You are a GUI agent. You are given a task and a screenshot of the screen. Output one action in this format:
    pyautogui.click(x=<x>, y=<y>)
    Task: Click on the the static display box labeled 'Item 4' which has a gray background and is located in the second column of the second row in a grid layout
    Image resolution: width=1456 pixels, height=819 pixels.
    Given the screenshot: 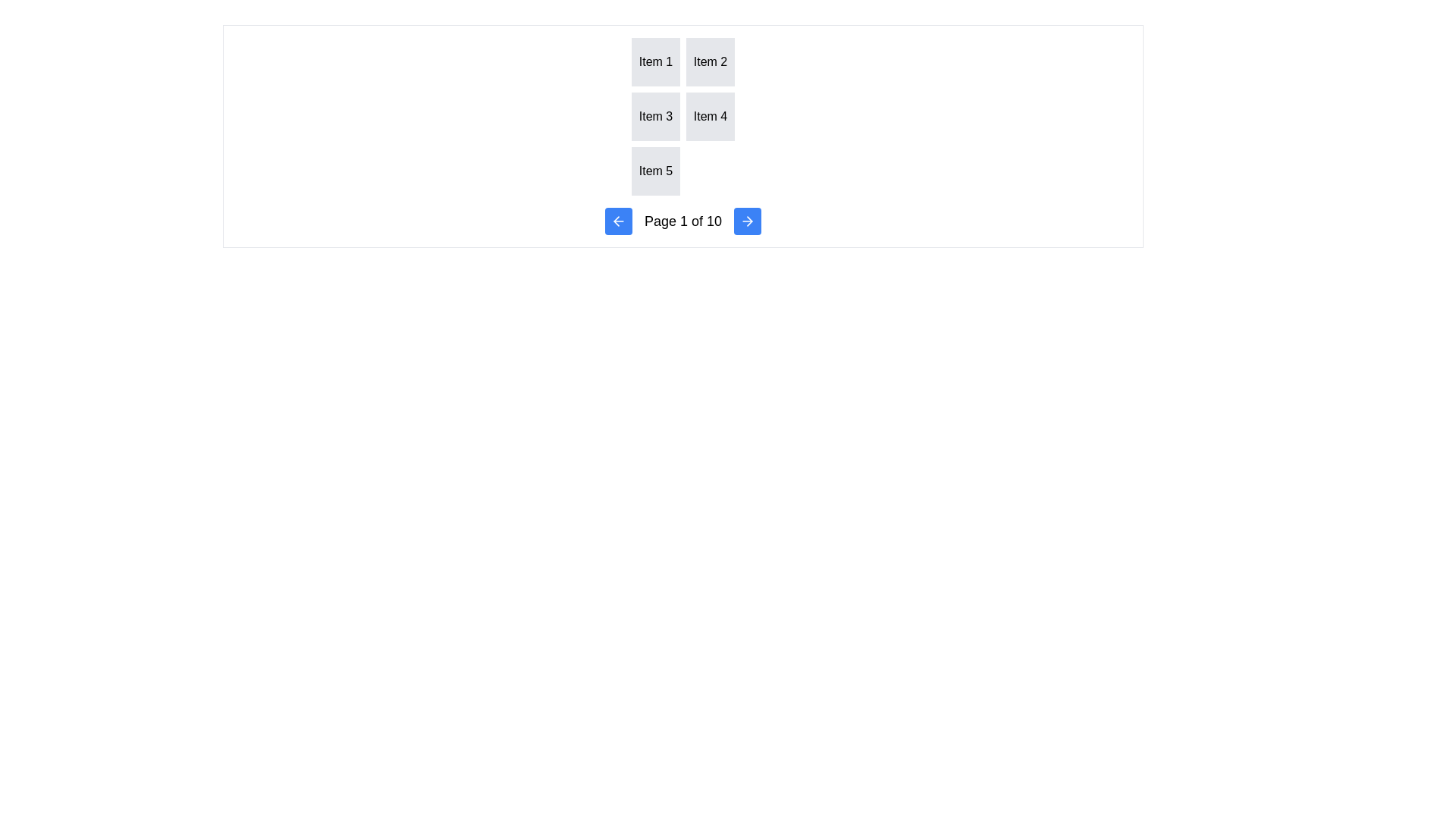 What is the action you would take?
    pyautogui.click(x=709, y=116)
    